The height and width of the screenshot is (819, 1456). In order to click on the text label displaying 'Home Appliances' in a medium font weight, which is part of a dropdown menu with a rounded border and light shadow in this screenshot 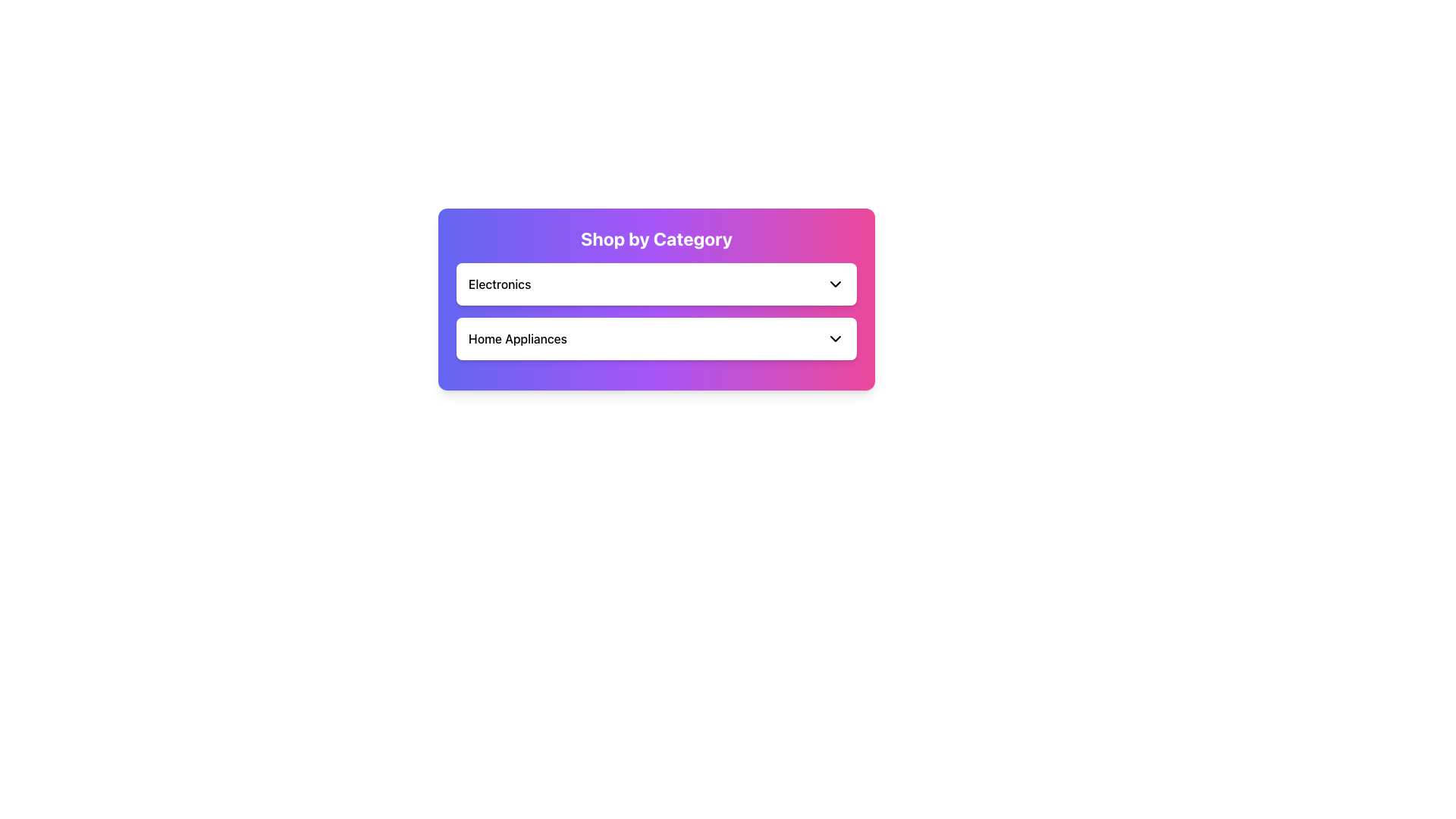, I will do `click(517, 338)`.